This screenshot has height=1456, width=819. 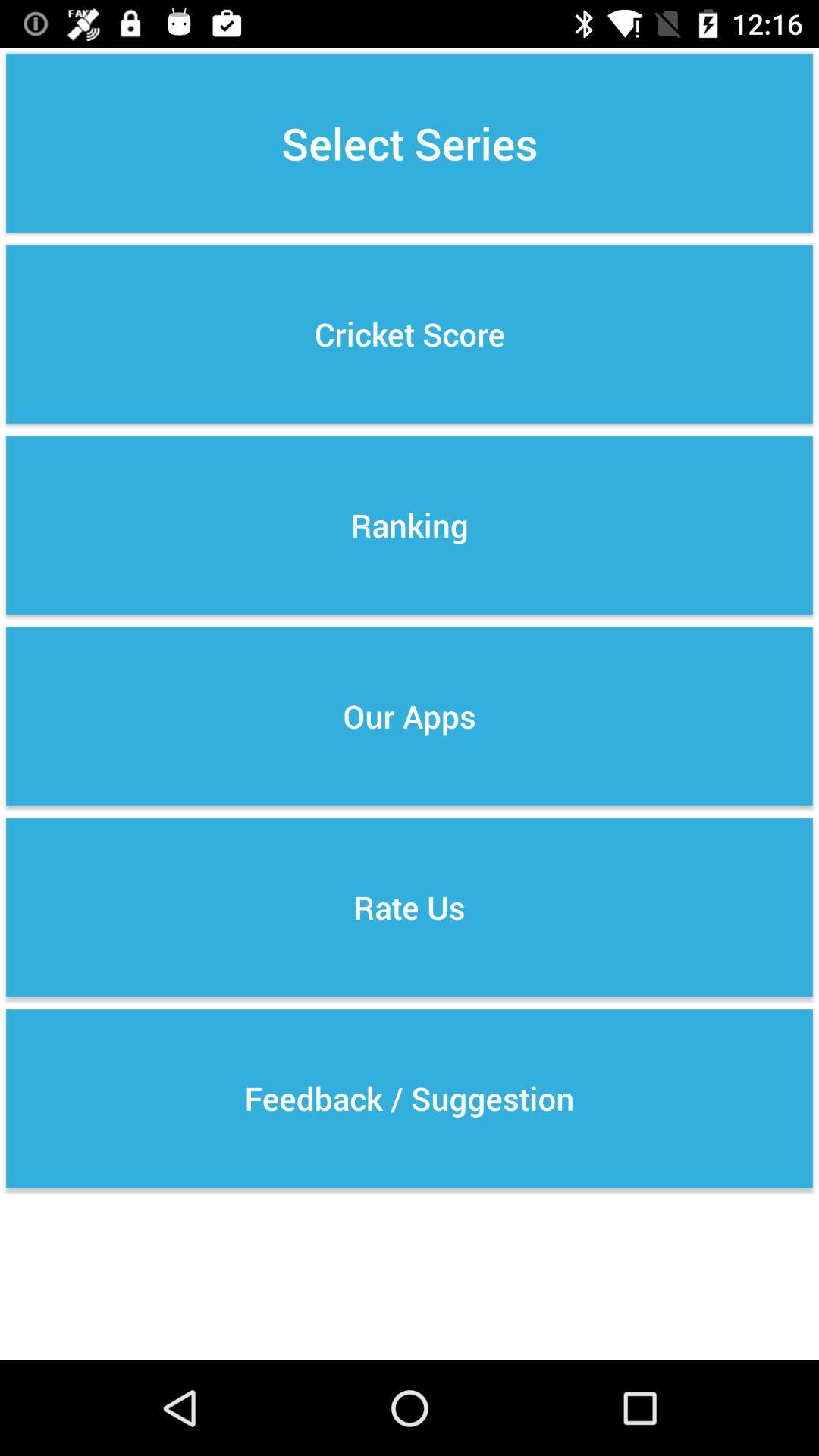 I want to click on the icon below ranking item, so click(x=409, y=716).